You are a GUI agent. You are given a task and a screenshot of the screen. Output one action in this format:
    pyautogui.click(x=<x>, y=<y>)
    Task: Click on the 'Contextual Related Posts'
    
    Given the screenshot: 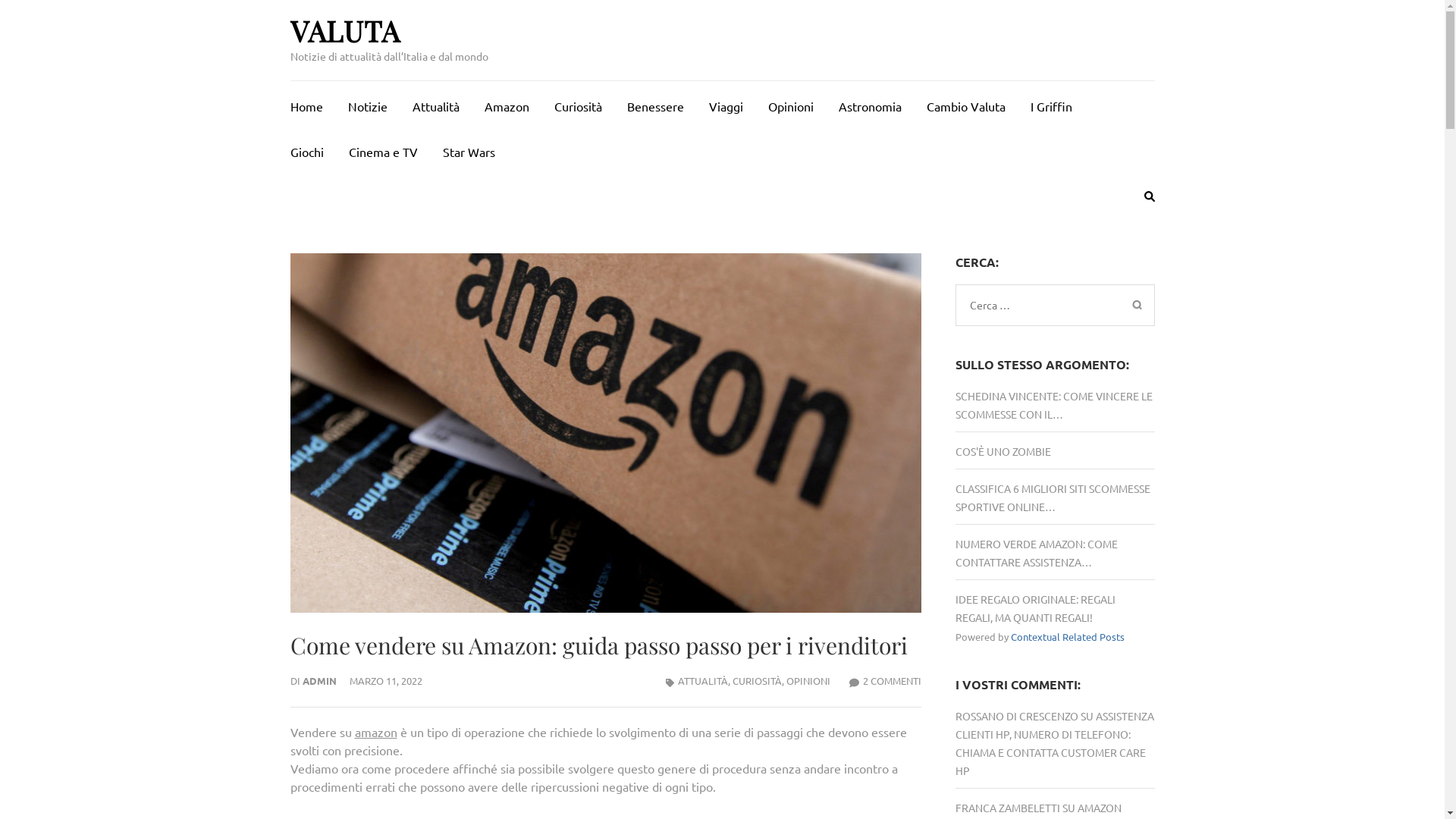 What is the action you would take?
    pyautogui.click(x=1011, y=636)
    